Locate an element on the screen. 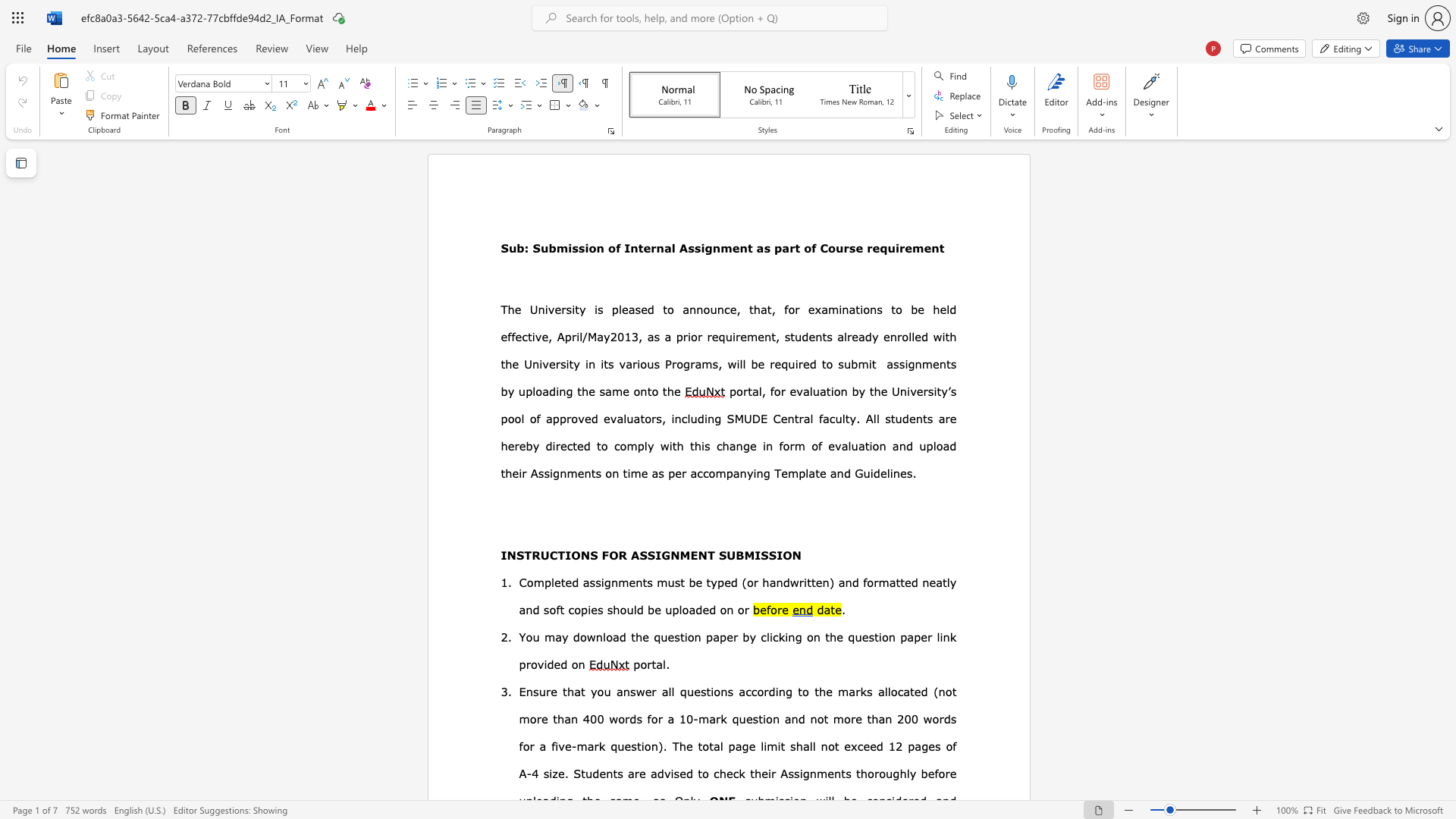  the subset text "s," within the text "already enrolled with the University in its various Programs," is located at coordinates (711, 363).